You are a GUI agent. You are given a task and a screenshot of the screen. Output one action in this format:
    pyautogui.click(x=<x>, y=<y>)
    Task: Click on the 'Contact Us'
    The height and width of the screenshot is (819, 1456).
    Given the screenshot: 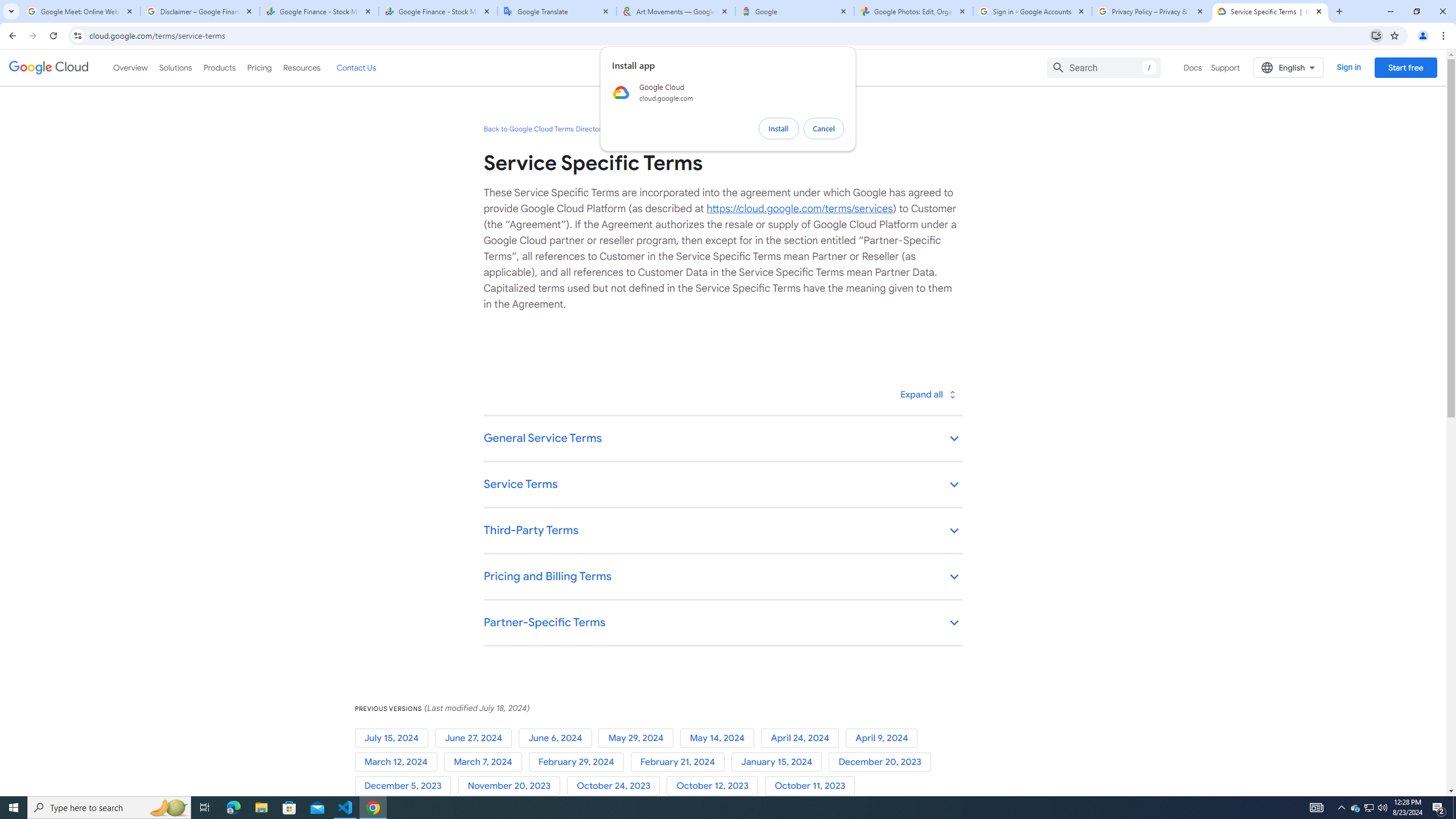 What is the action you would take?
    pyautogui.click(x=355, y=67)
    